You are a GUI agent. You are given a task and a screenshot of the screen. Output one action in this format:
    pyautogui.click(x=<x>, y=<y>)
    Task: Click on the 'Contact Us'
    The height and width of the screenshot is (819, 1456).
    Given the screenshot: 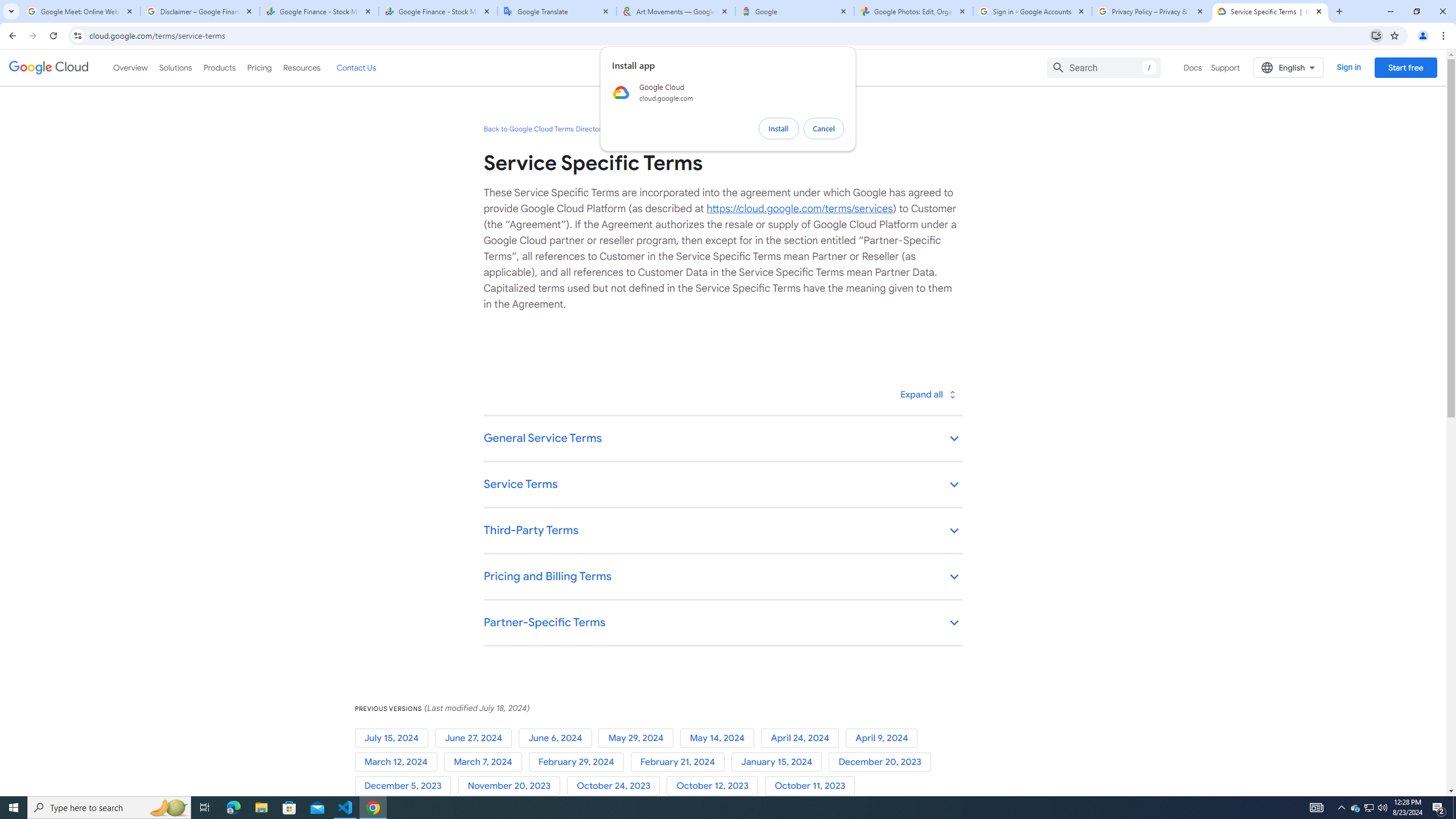 What is the action you would take?
    pyautogui.click(x=355, y=67)
    